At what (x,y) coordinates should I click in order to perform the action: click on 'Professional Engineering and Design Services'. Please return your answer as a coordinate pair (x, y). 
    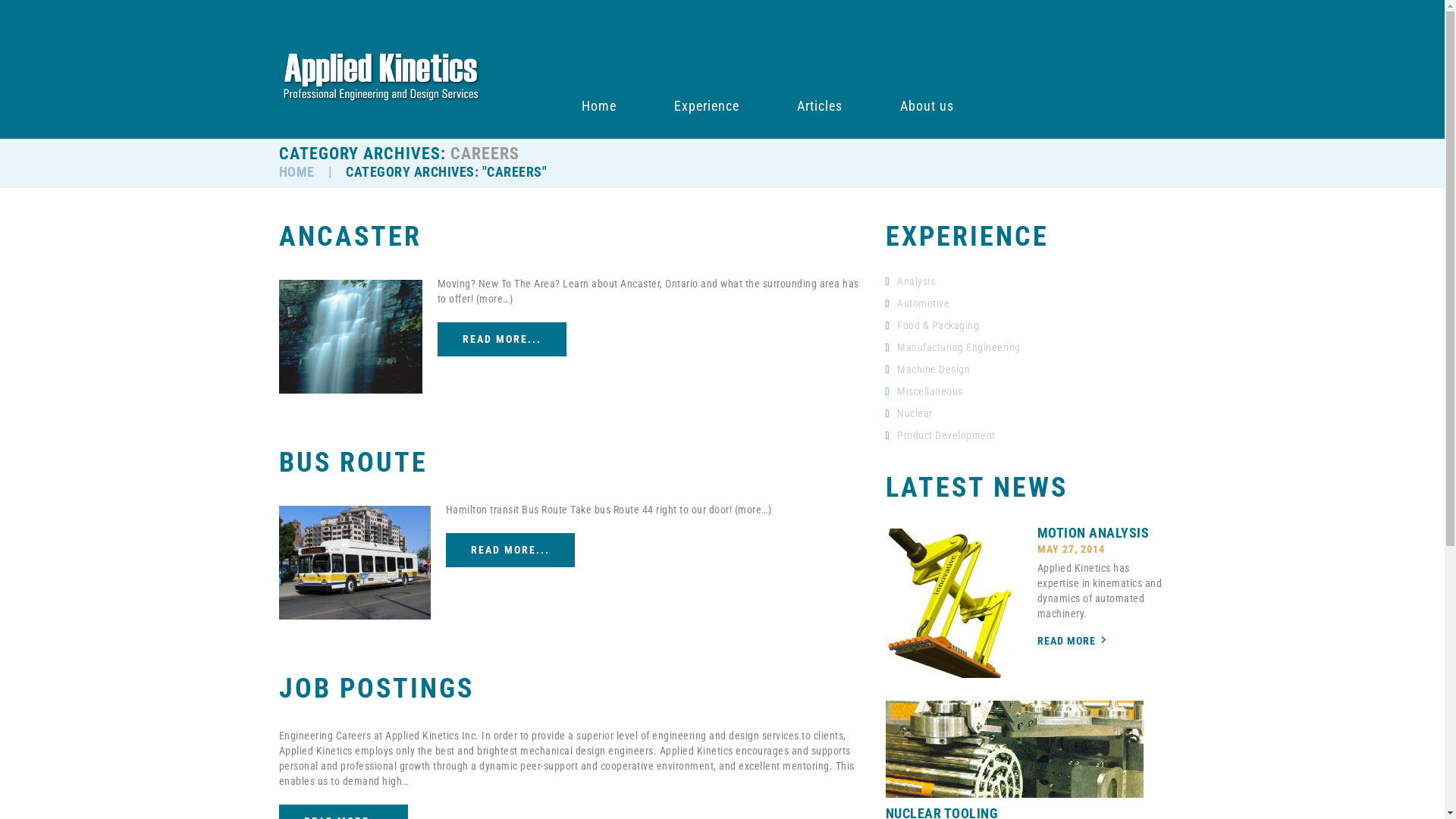
    Looking at the image, I should click on (381, 77).